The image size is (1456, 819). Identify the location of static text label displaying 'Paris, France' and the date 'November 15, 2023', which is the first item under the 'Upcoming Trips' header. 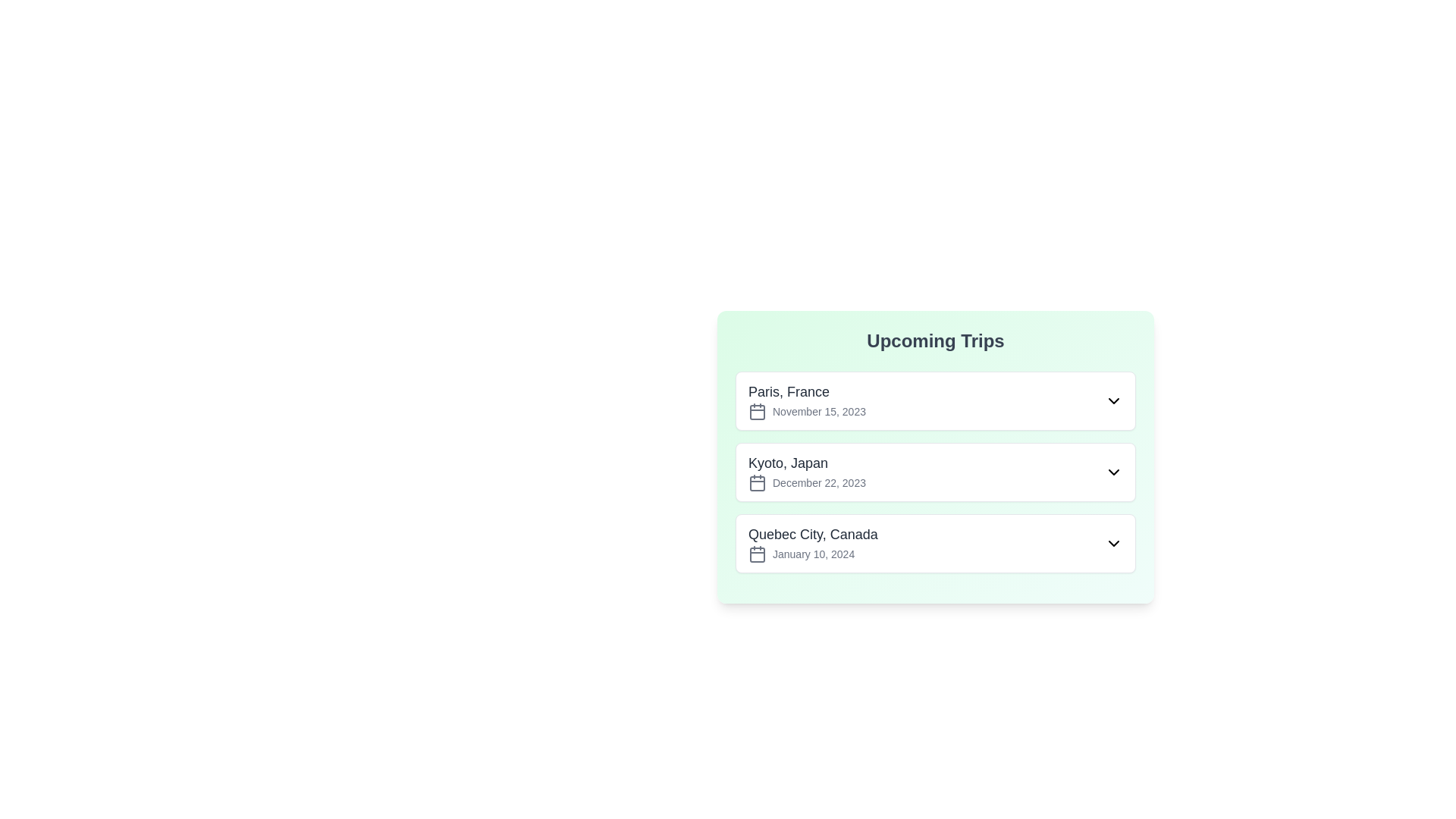
(806, 400).